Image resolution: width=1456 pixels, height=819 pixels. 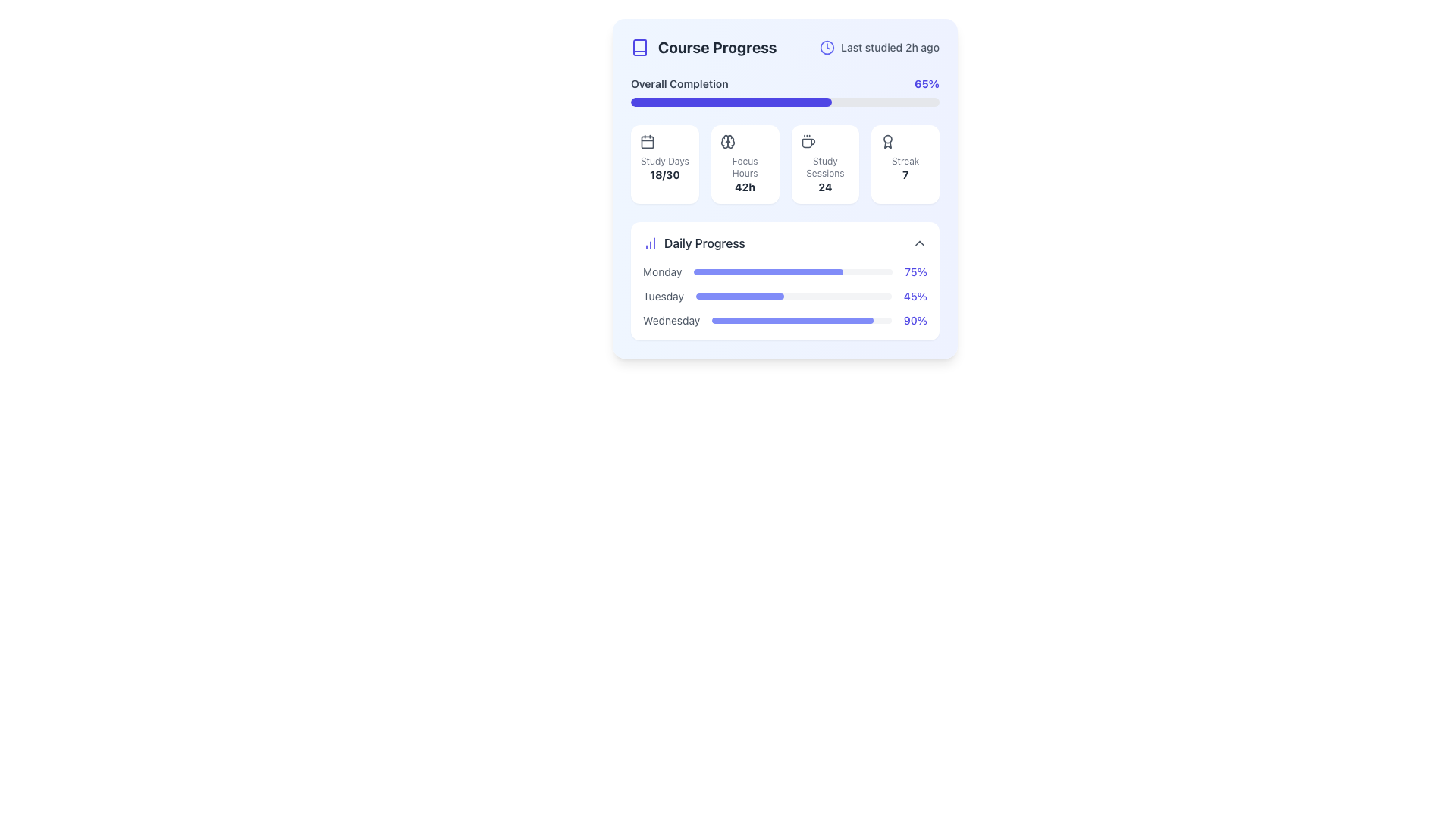 What do you see at coordinates (785, 271) in the screenshot?
I see `label information of the first progress bar in the 'Daily Progress' section, which represents 75% completion for Monday's activities` at bounding box center [785, 271].